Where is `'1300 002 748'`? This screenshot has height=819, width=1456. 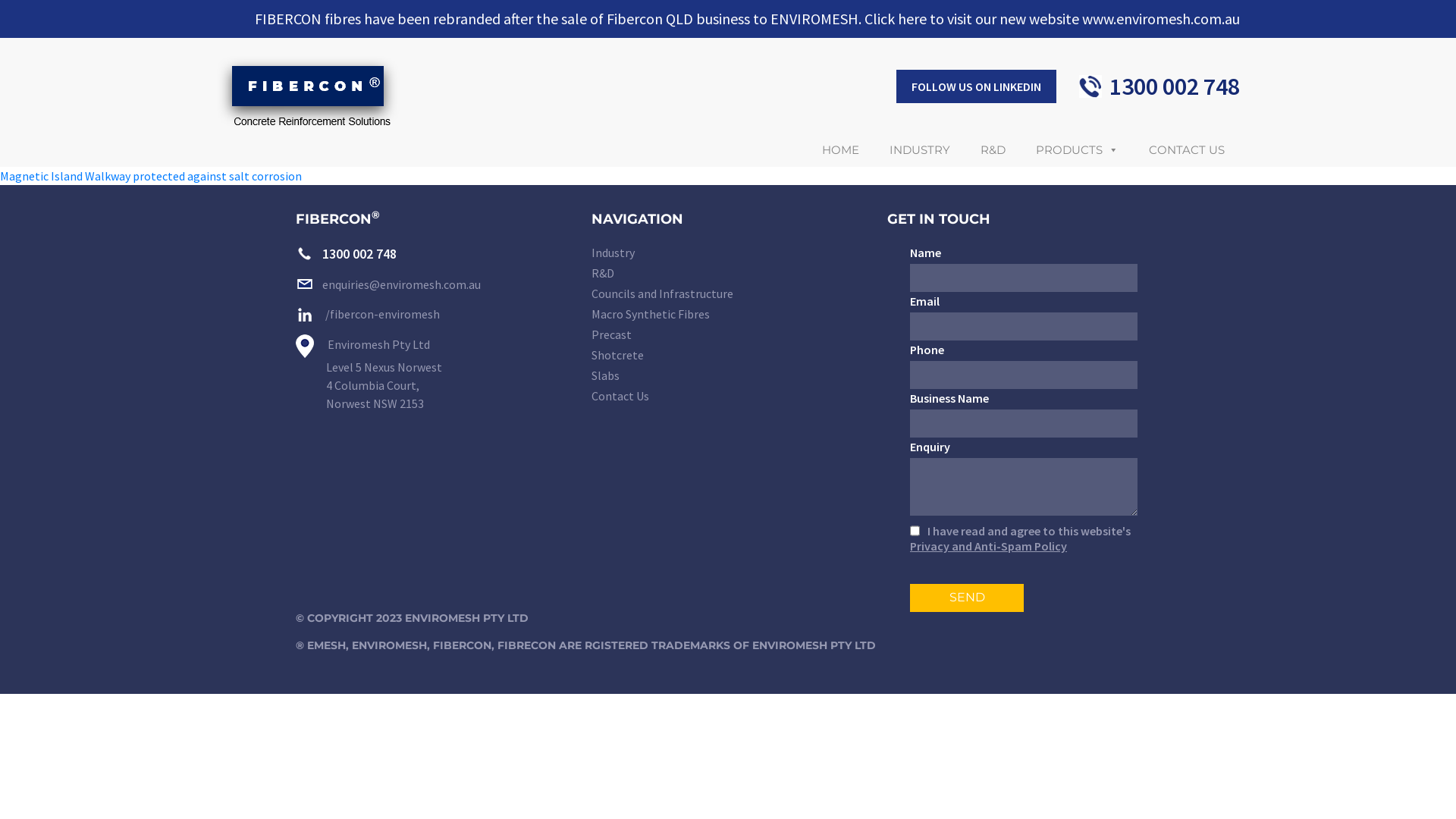
'1300 002 748' is located at coordinates (295, 253).